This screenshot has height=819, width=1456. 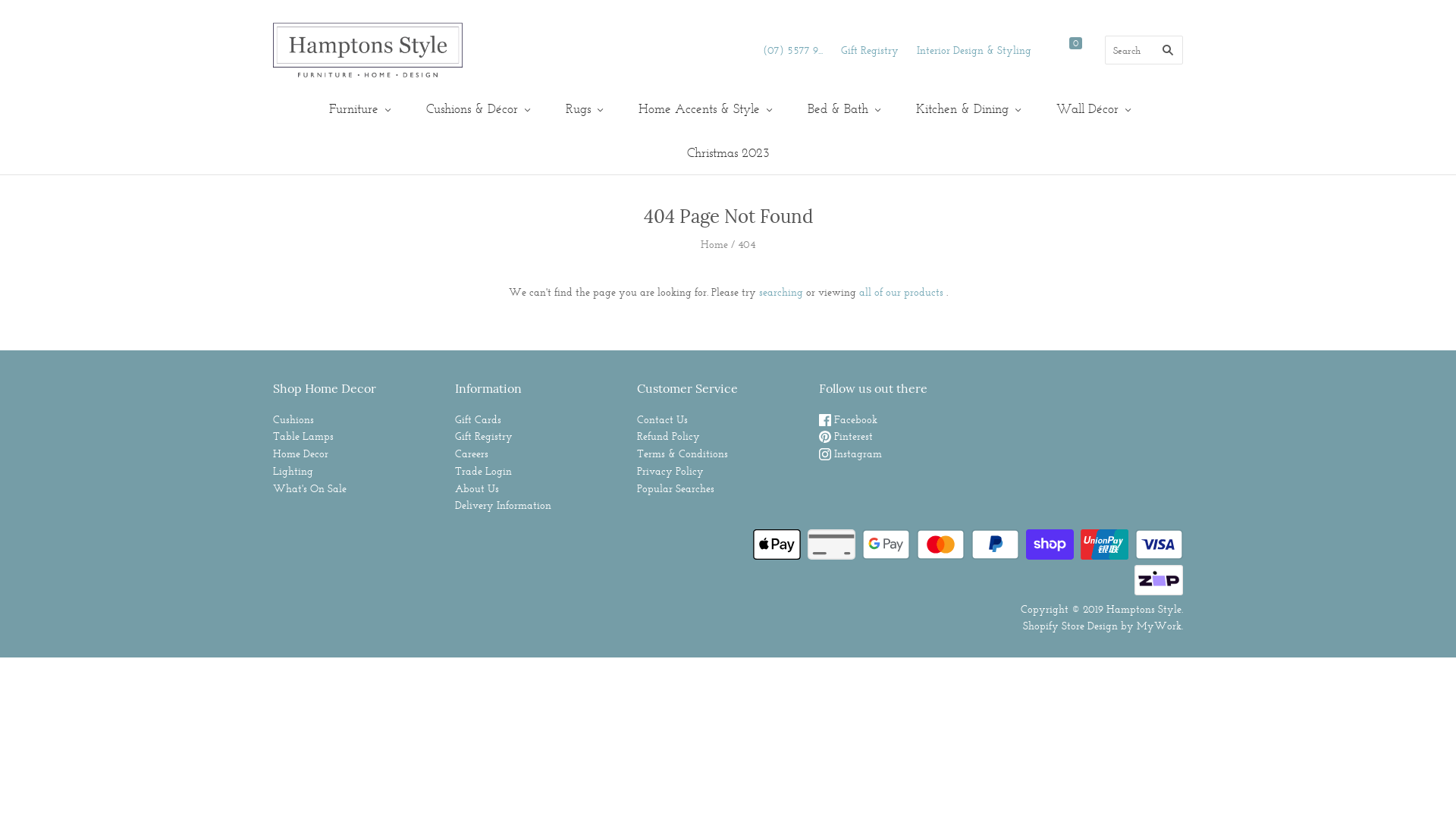 I want to click on 'Gift Registry', so click(x=839, y=49).